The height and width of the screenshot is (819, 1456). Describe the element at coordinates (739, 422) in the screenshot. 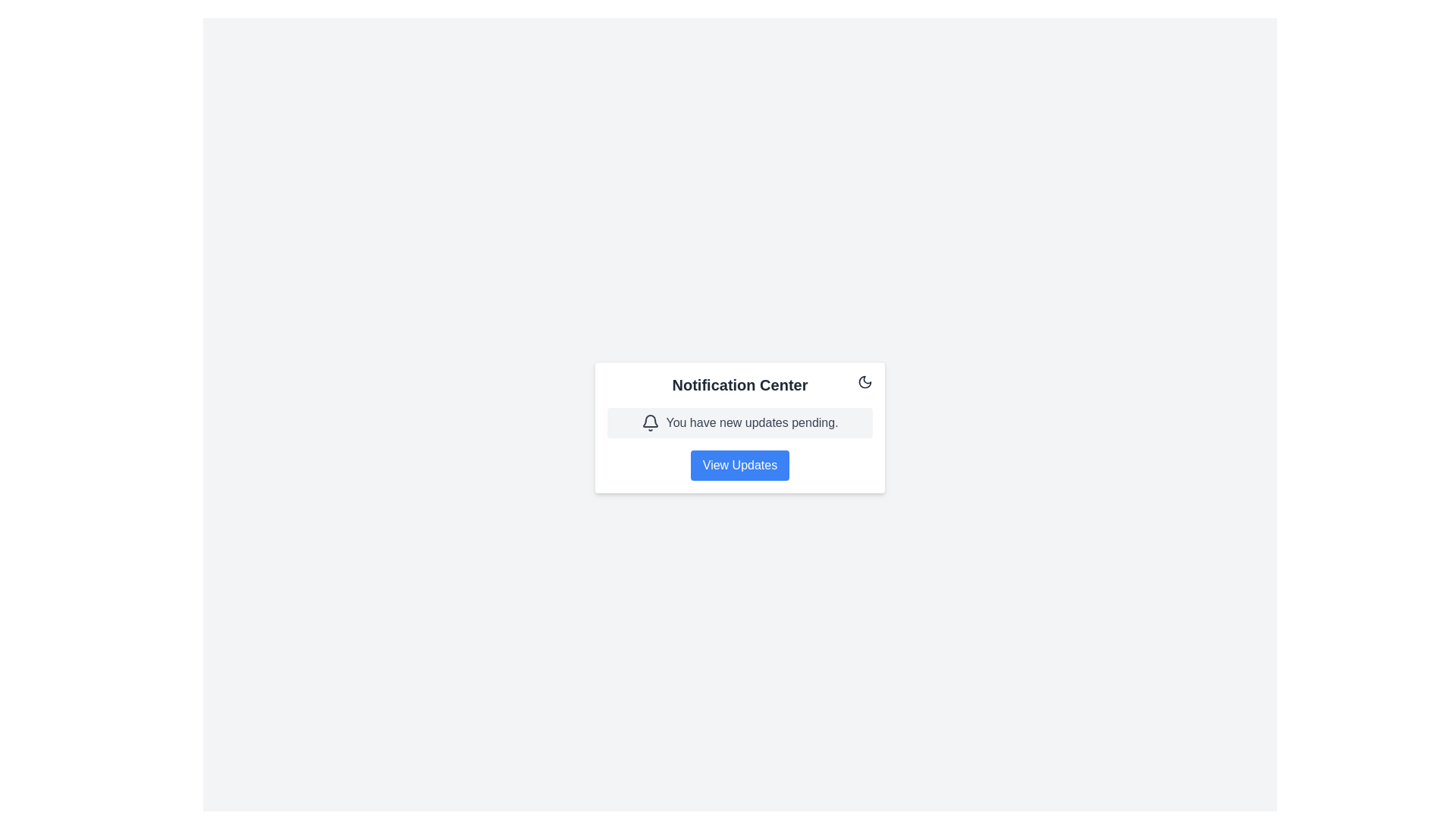

I see `the informational message located in the notification card, which is positioned below the header 'Notification Center' and above the 'View Updates' button` at that location.